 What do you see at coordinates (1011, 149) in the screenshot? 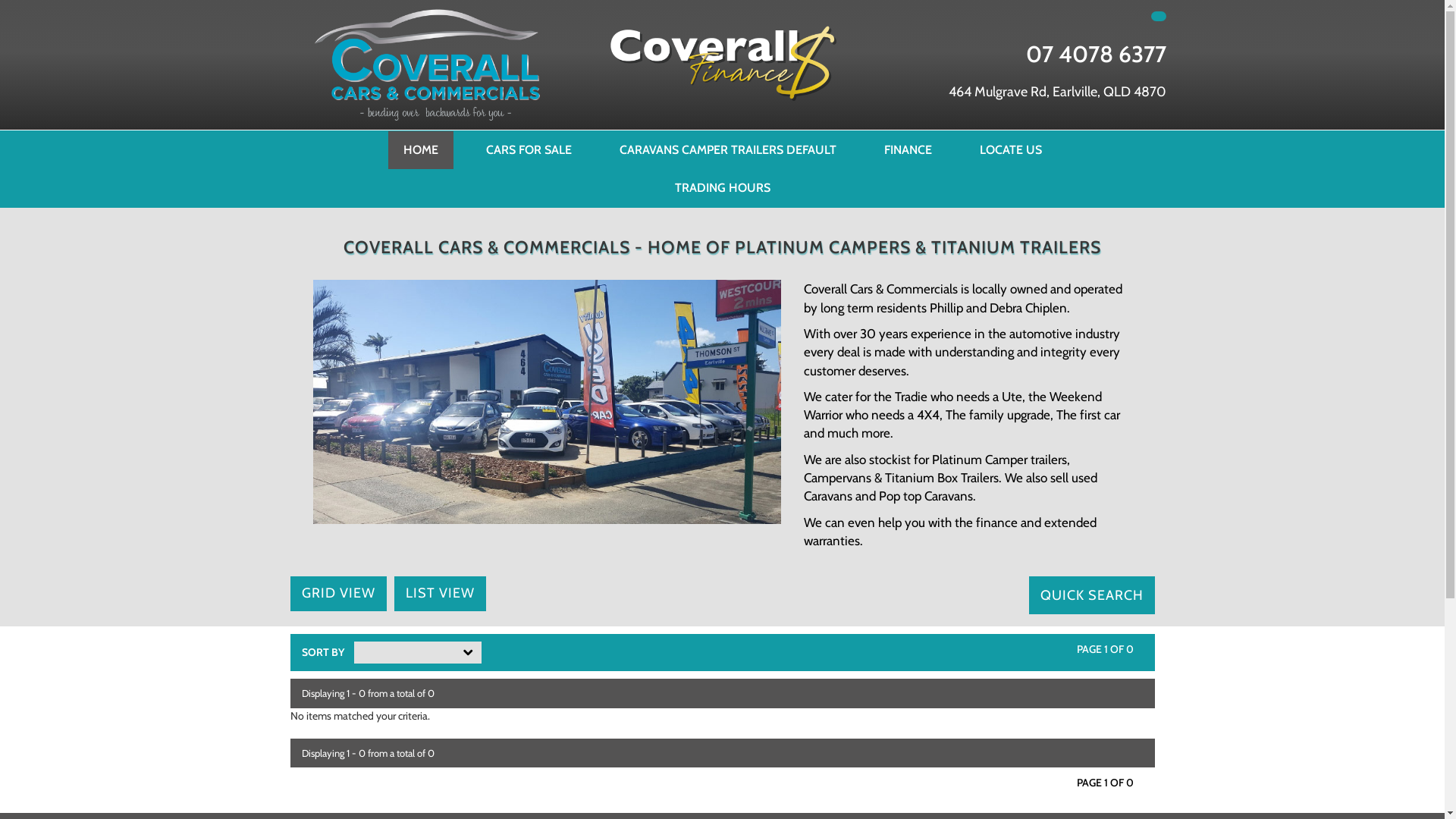
I see `'LOCATE US'` at bounding box center [1011, 149].